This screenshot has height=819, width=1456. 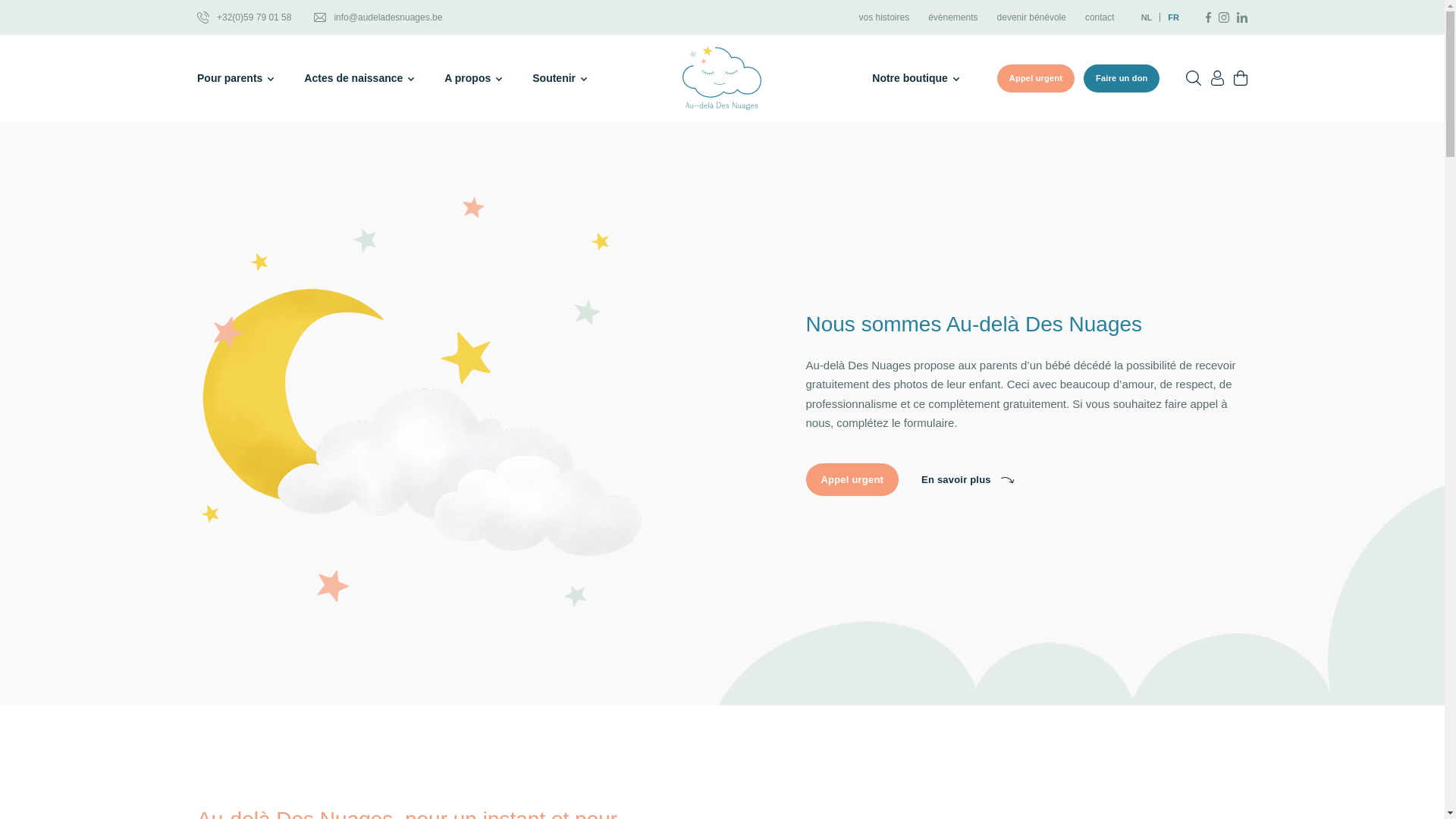 I want to click on 'FR', so click(x=1169, y=17).